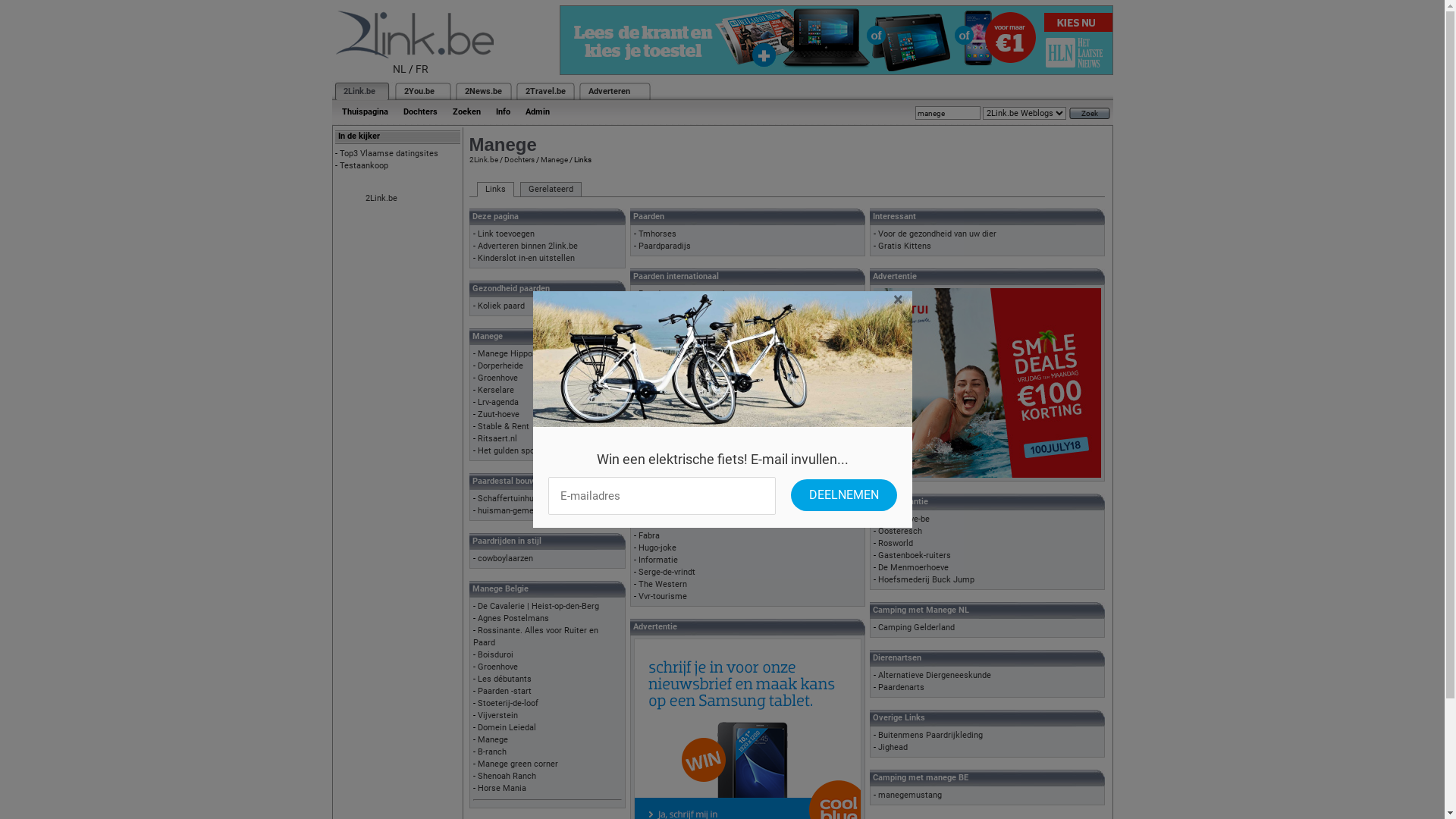  I want to click on 'Ritsaert.nl', so click(497, 438).